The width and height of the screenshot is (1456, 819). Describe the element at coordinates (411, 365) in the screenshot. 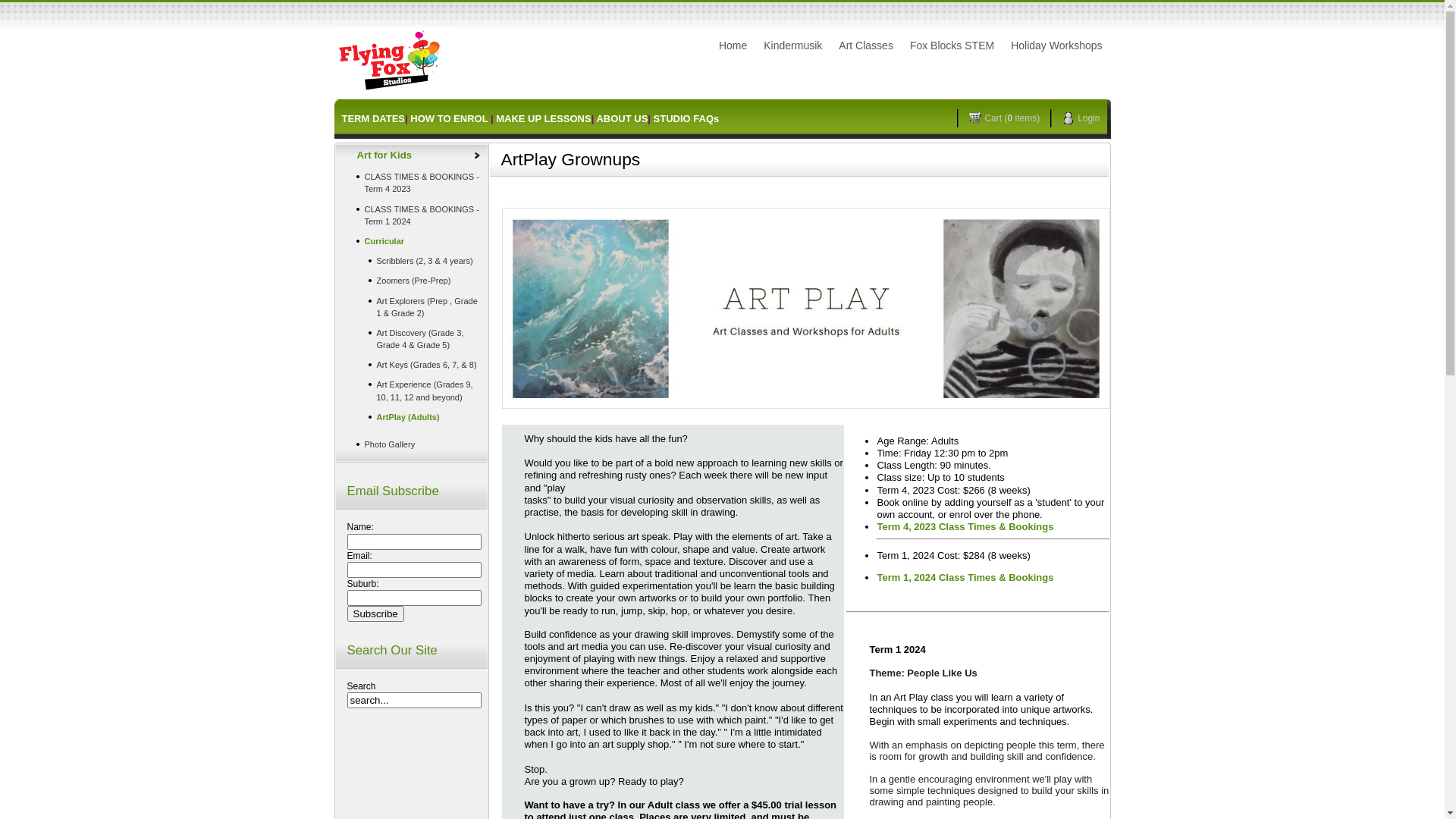

I see `'Art Keys (Grades 6, 7, & 8)'` at that location.